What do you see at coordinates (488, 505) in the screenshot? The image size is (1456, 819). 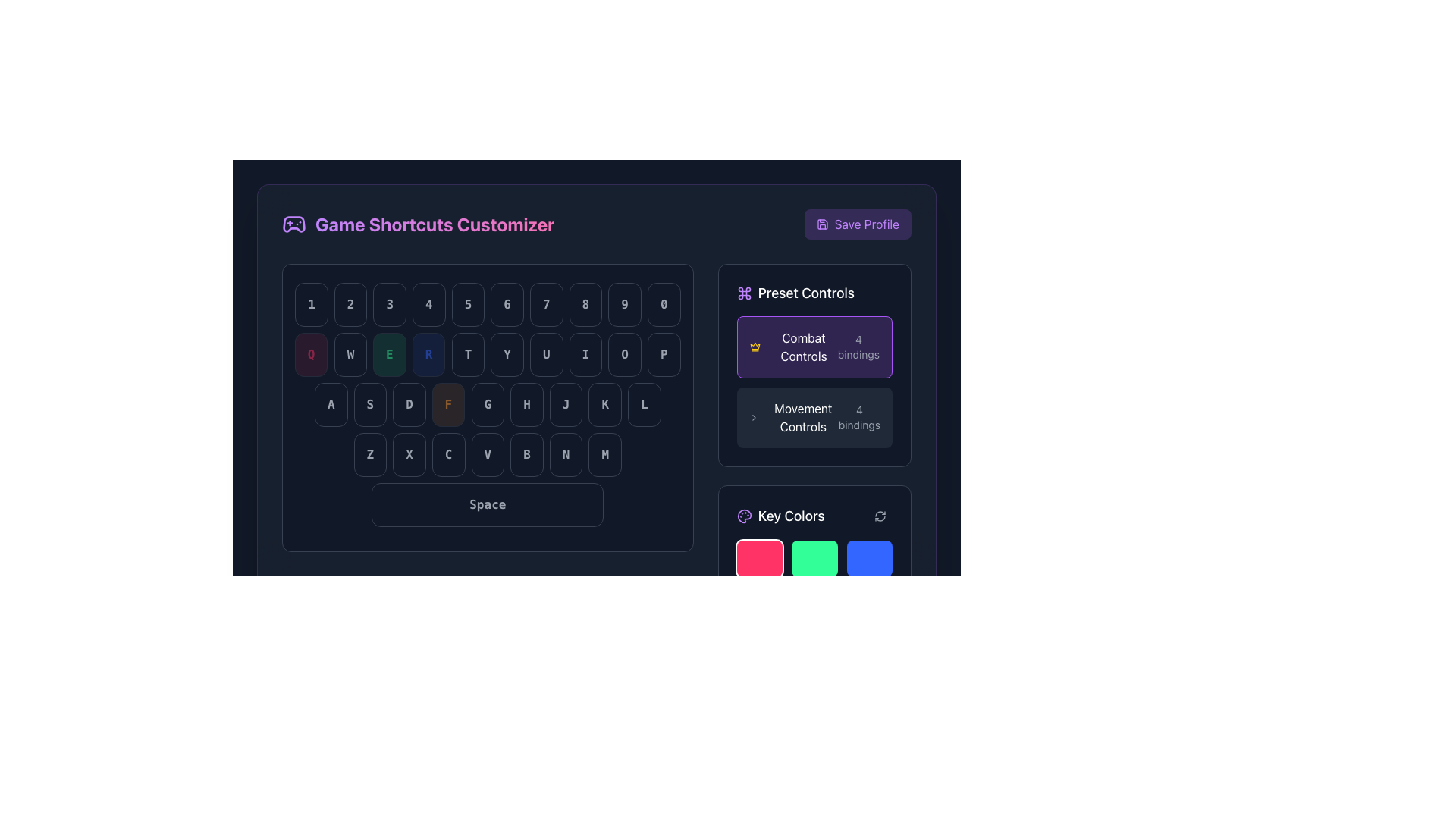 I see `the 'Space' bar button located at the bottommost position of the keyboard layout, centered horizontally below the 'ZXCVBNM' key row` at bounding box center [488, 505].